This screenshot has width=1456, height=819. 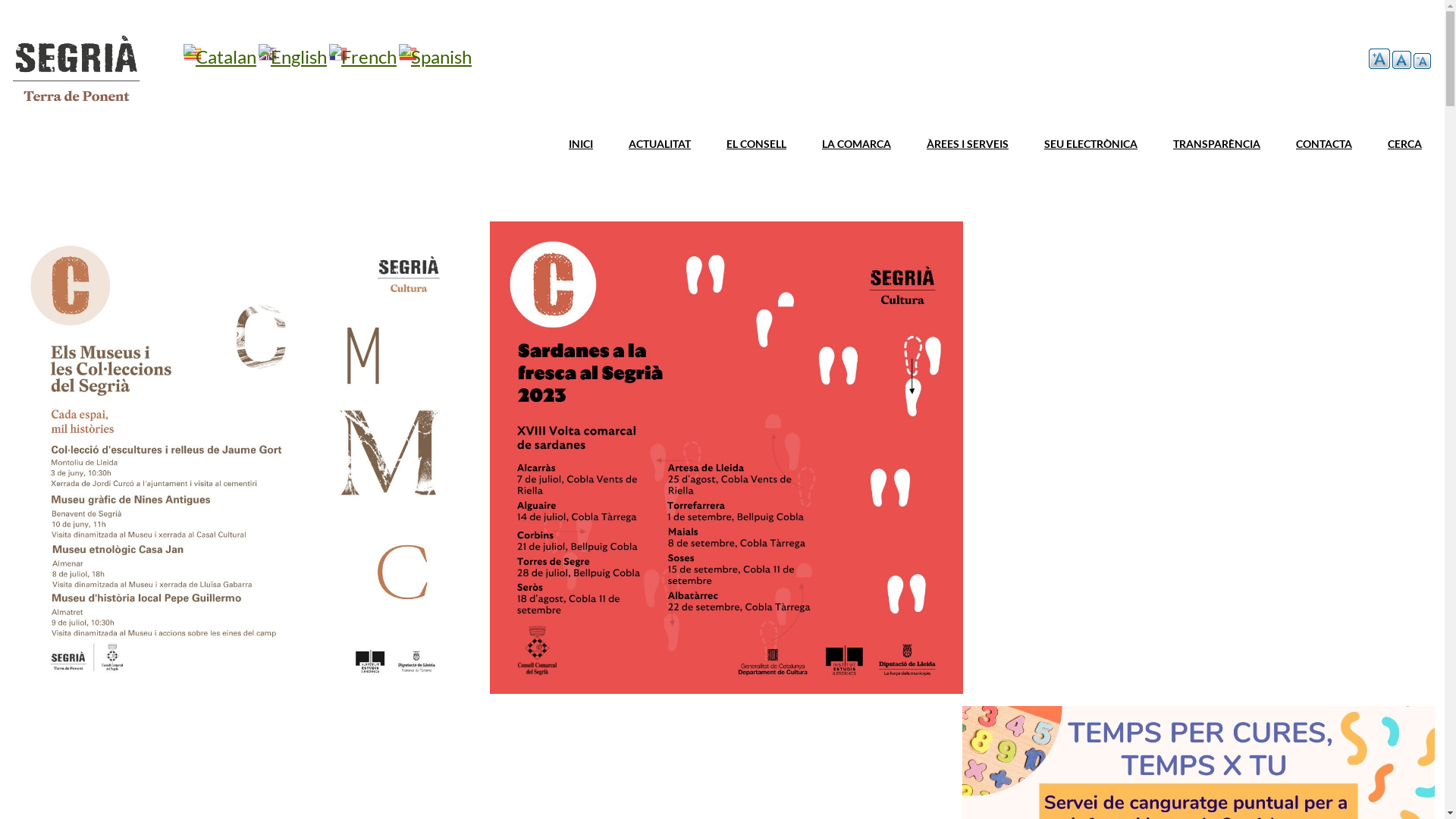 I want to click on 'LA COMARCA', so click(x=808, y=144).